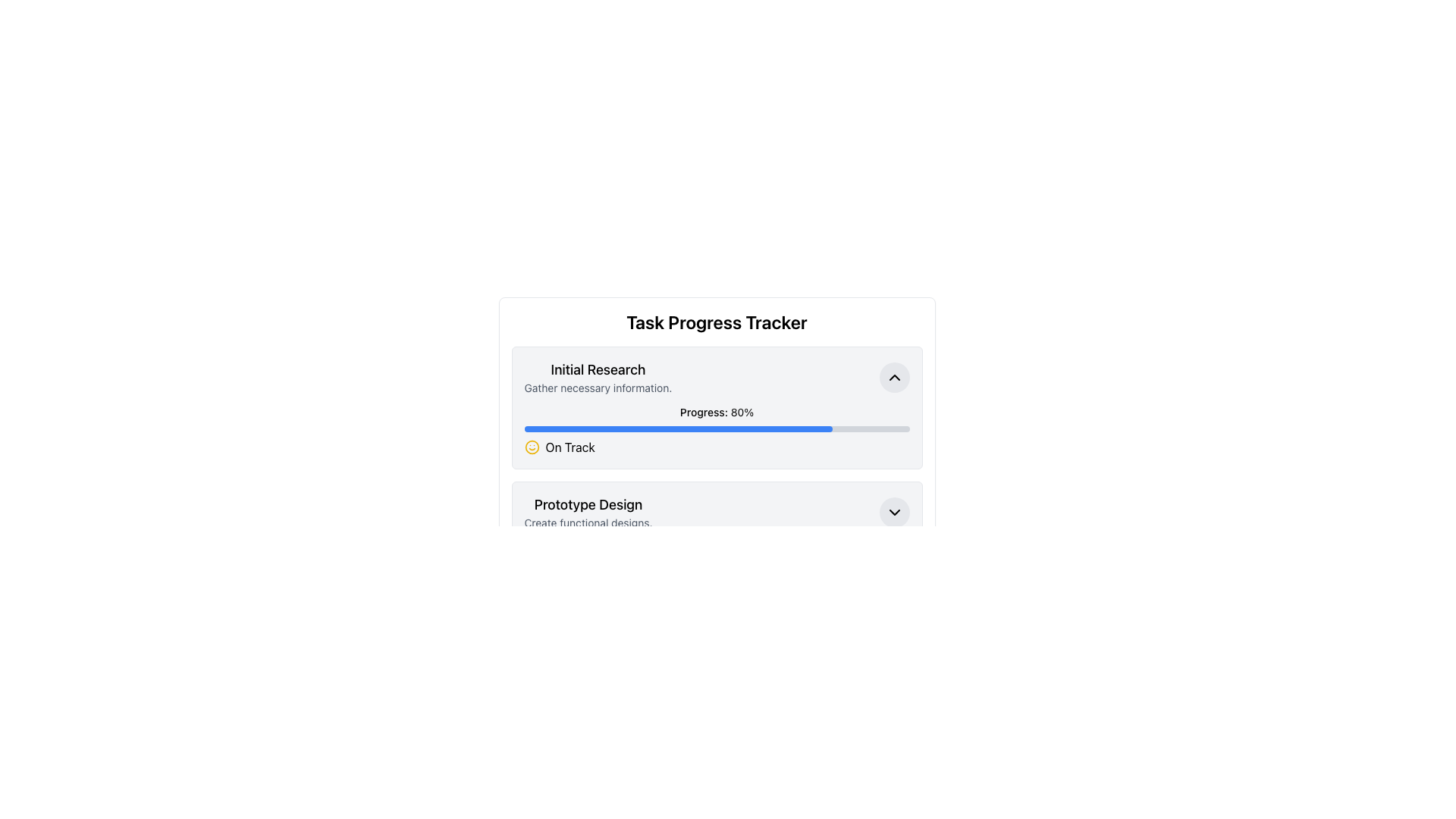 This screenshot has height=819, width=1456. Describe the element at coordinates (716, 430) in the screenshot. I see `the progress bar indicating the task completion status within the 'Initial Research' card, which displays the text 'On Track'` at that location.